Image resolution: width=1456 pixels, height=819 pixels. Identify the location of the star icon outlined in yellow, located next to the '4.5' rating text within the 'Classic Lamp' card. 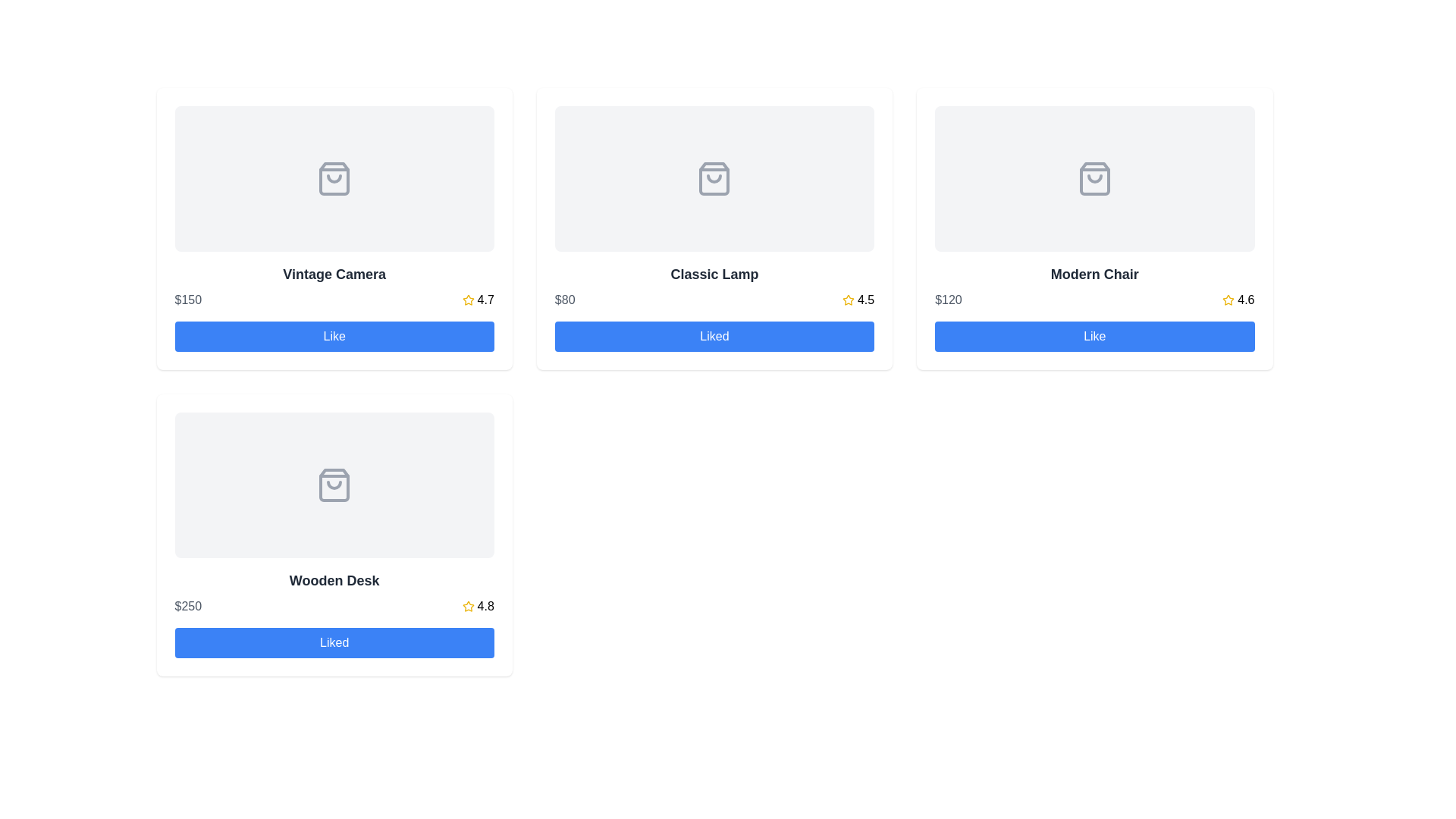
(847, 300).